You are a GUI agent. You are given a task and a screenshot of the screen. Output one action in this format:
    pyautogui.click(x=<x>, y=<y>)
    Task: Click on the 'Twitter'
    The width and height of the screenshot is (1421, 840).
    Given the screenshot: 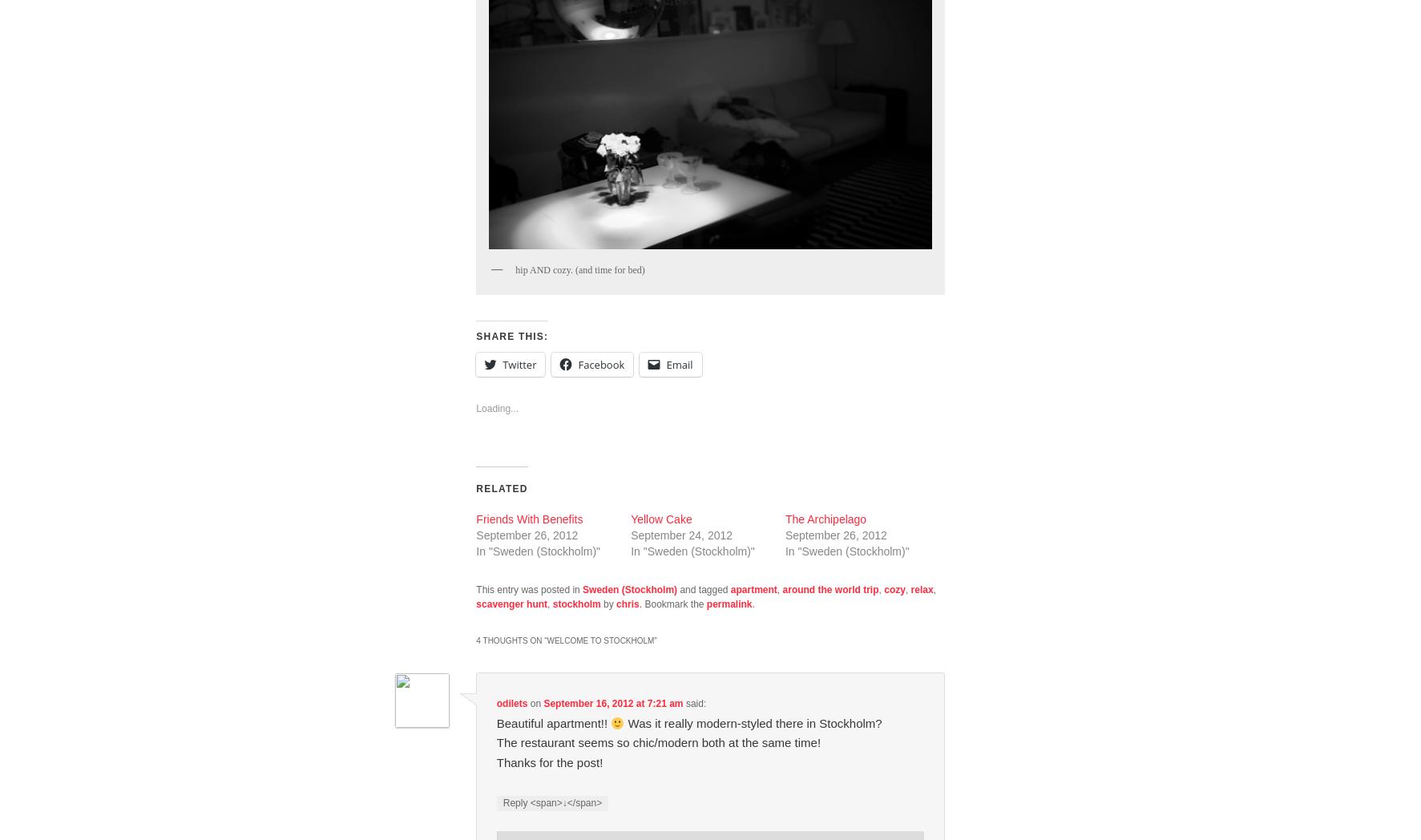 What is the action you would take?
    pyautogui.click(x=519, y=362)
    